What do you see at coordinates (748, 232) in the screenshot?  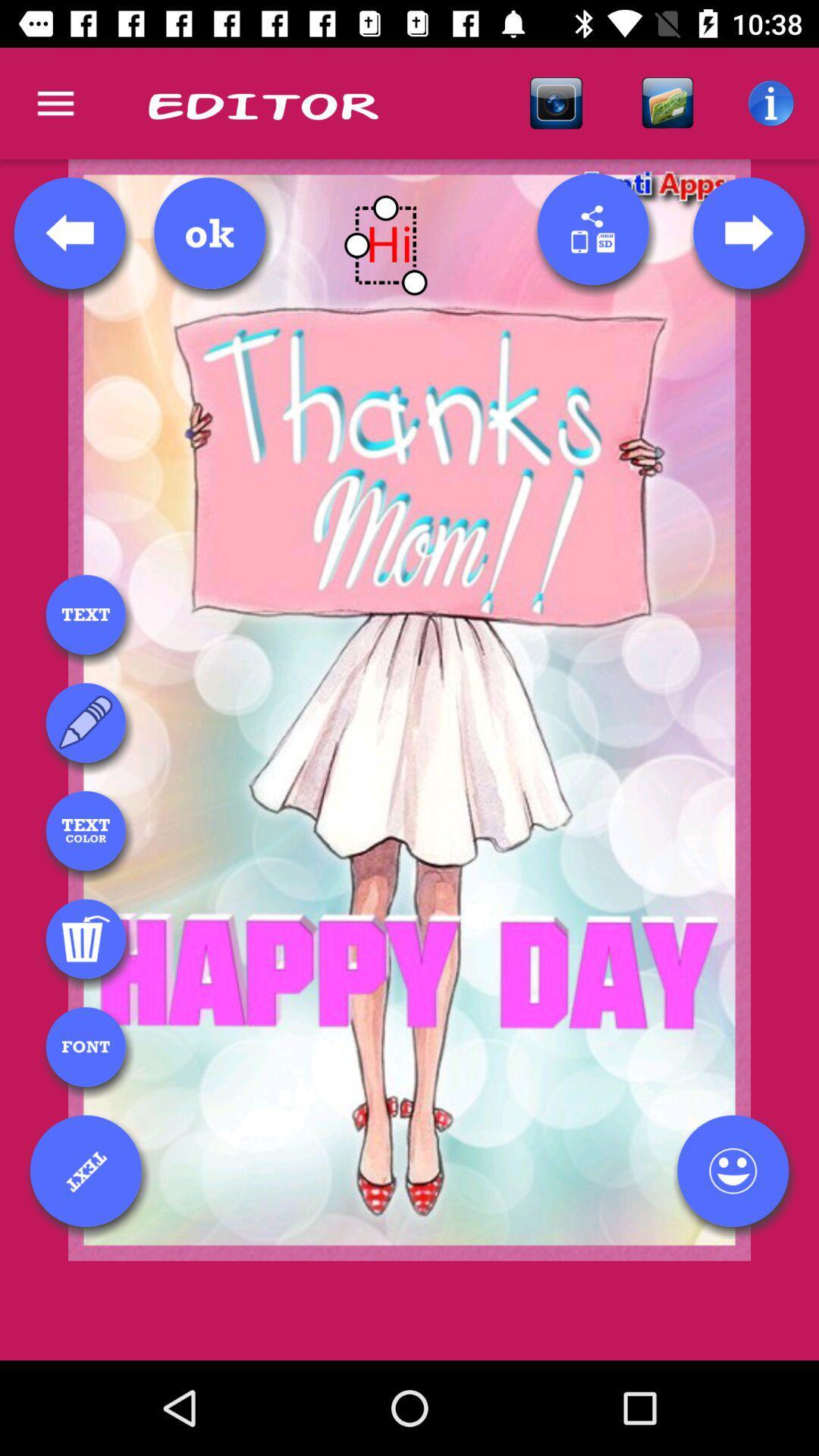 I see `next template` at bounding box center [748, 232].